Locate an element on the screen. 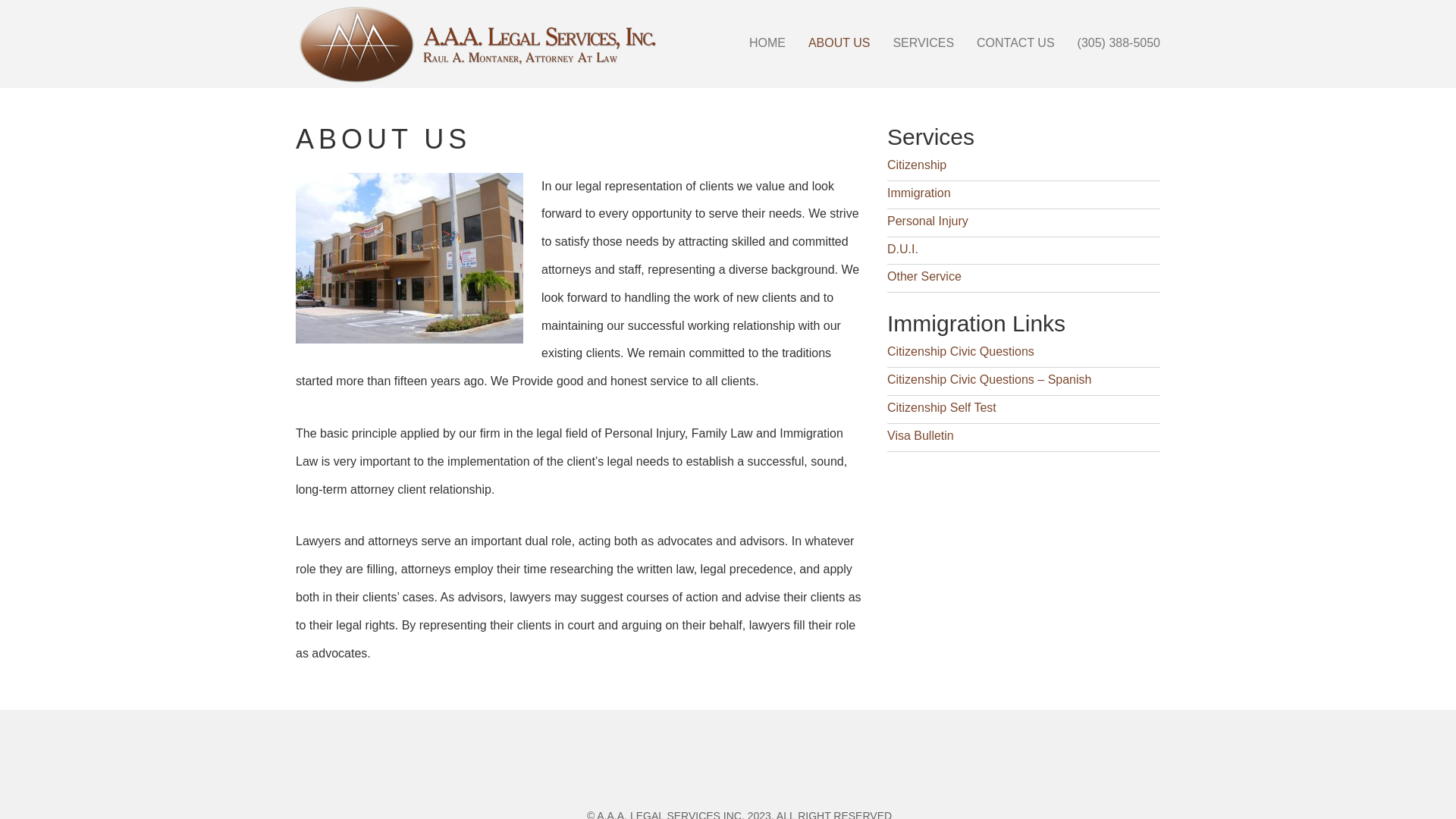 The width and height of the screenshot is (1456, 819). 'Visa Bulletin' is located at coordinates (887, 435).